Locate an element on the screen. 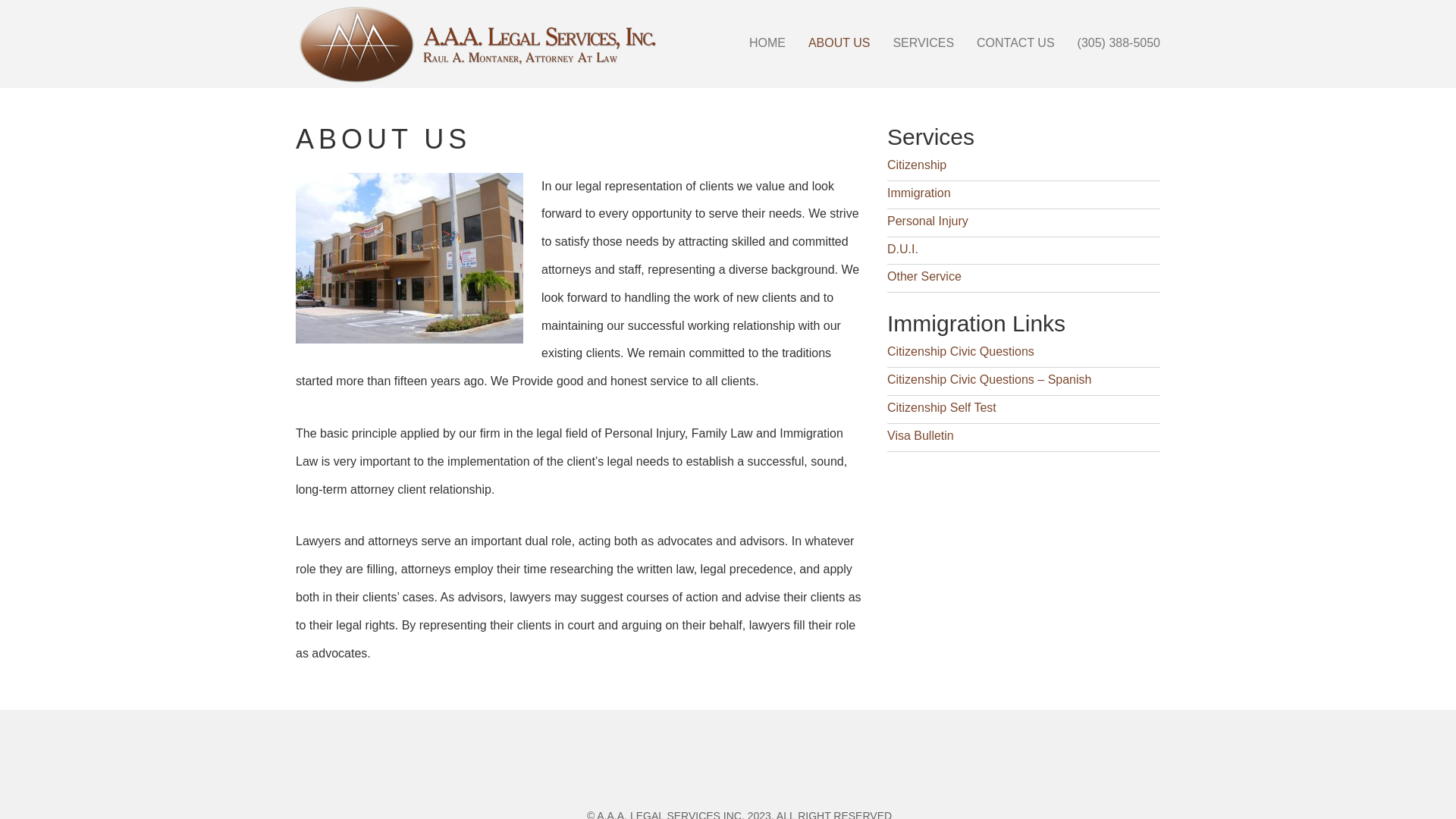 The width and height of the screenshot is (1456, 819). 'Visa Bulletin' is located at coordinates (887, 435).